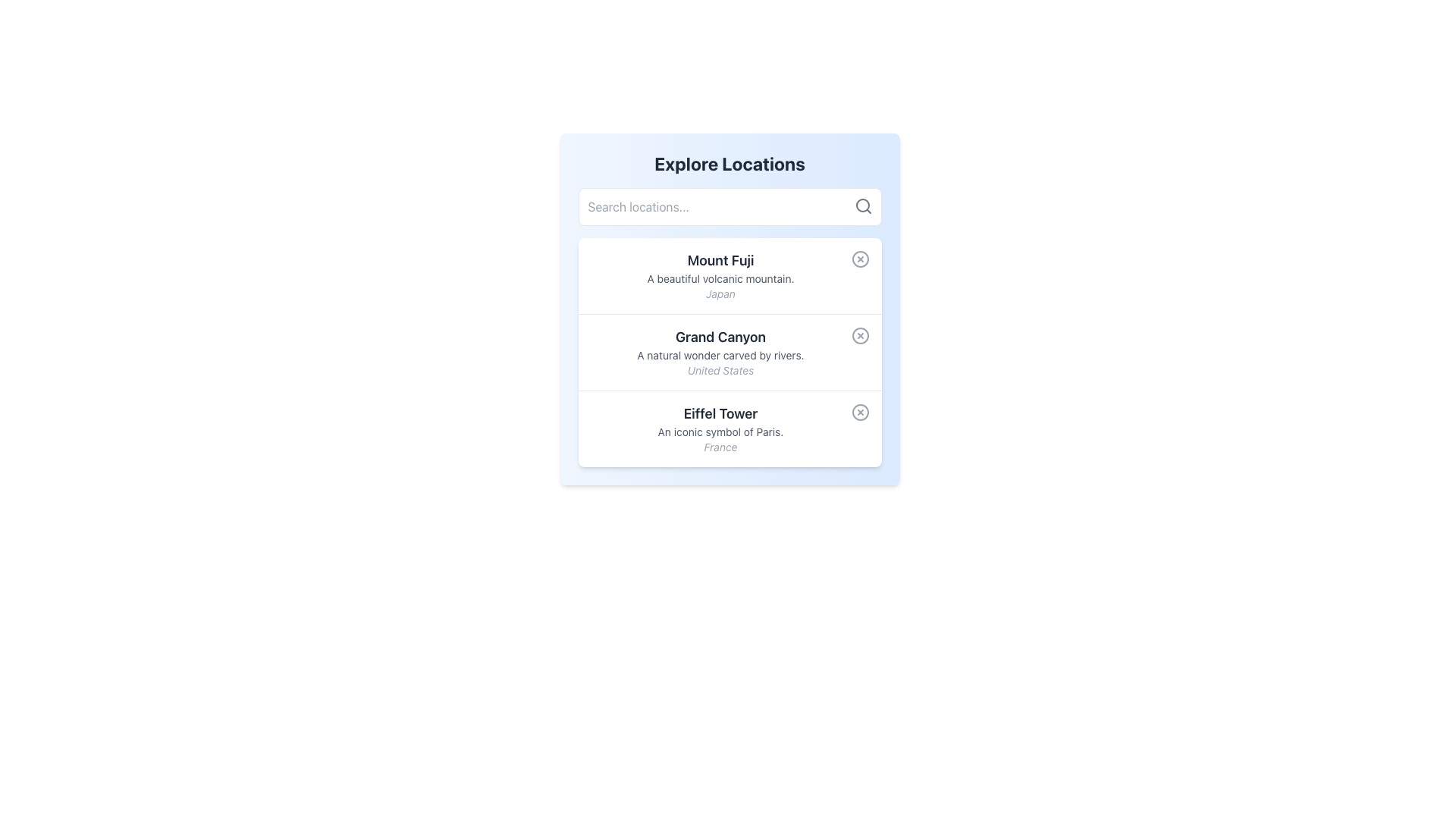 The image size is (1456, 819). I want to click on the static text element that provides a description of Mount Fuji, positioned under the bolded title 'Mount Fuji' and centered in the triplet structure, so click(720, 278).